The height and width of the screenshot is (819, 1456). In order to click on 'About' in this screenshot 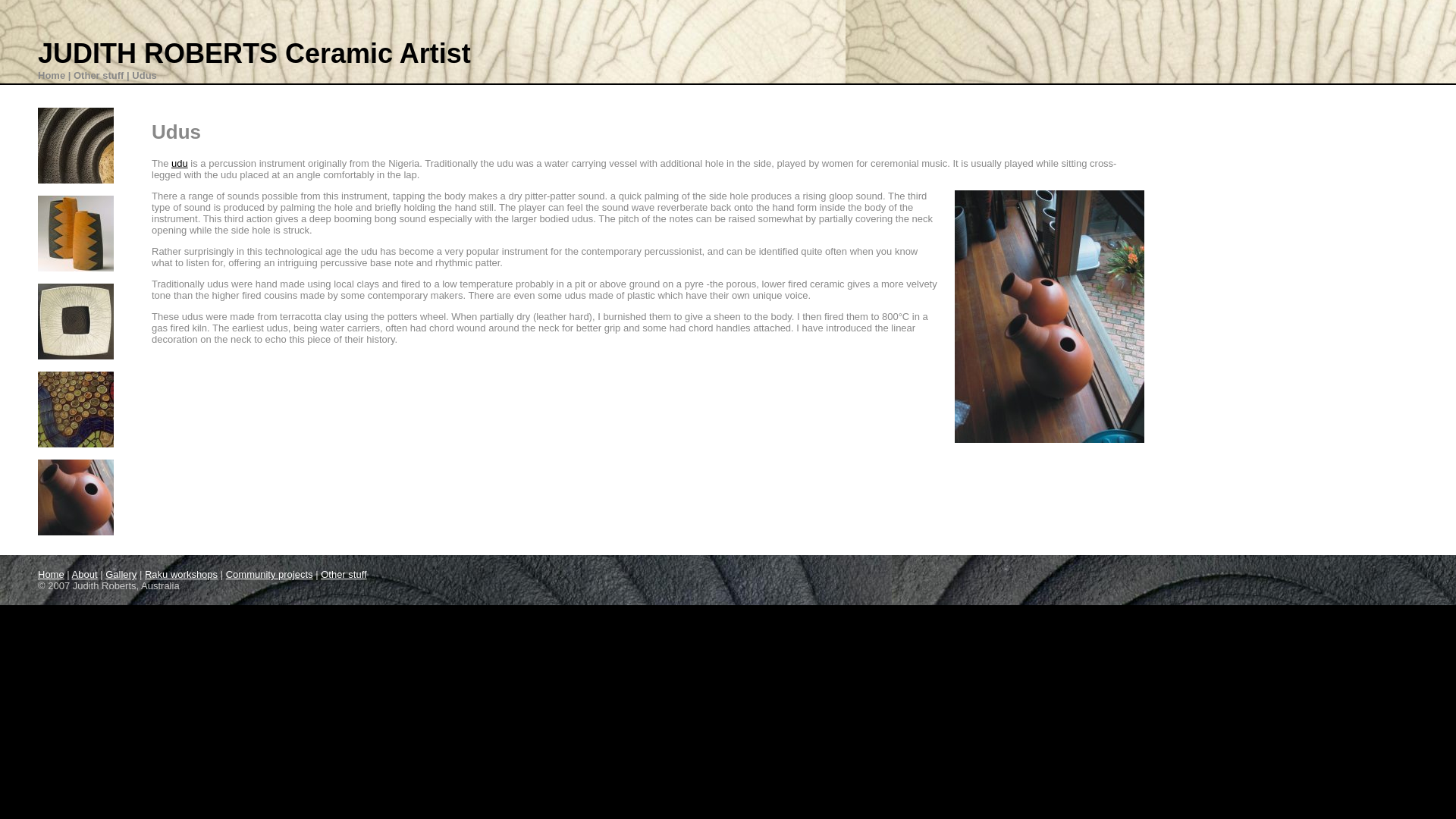, I will do `click(83, 574)`.